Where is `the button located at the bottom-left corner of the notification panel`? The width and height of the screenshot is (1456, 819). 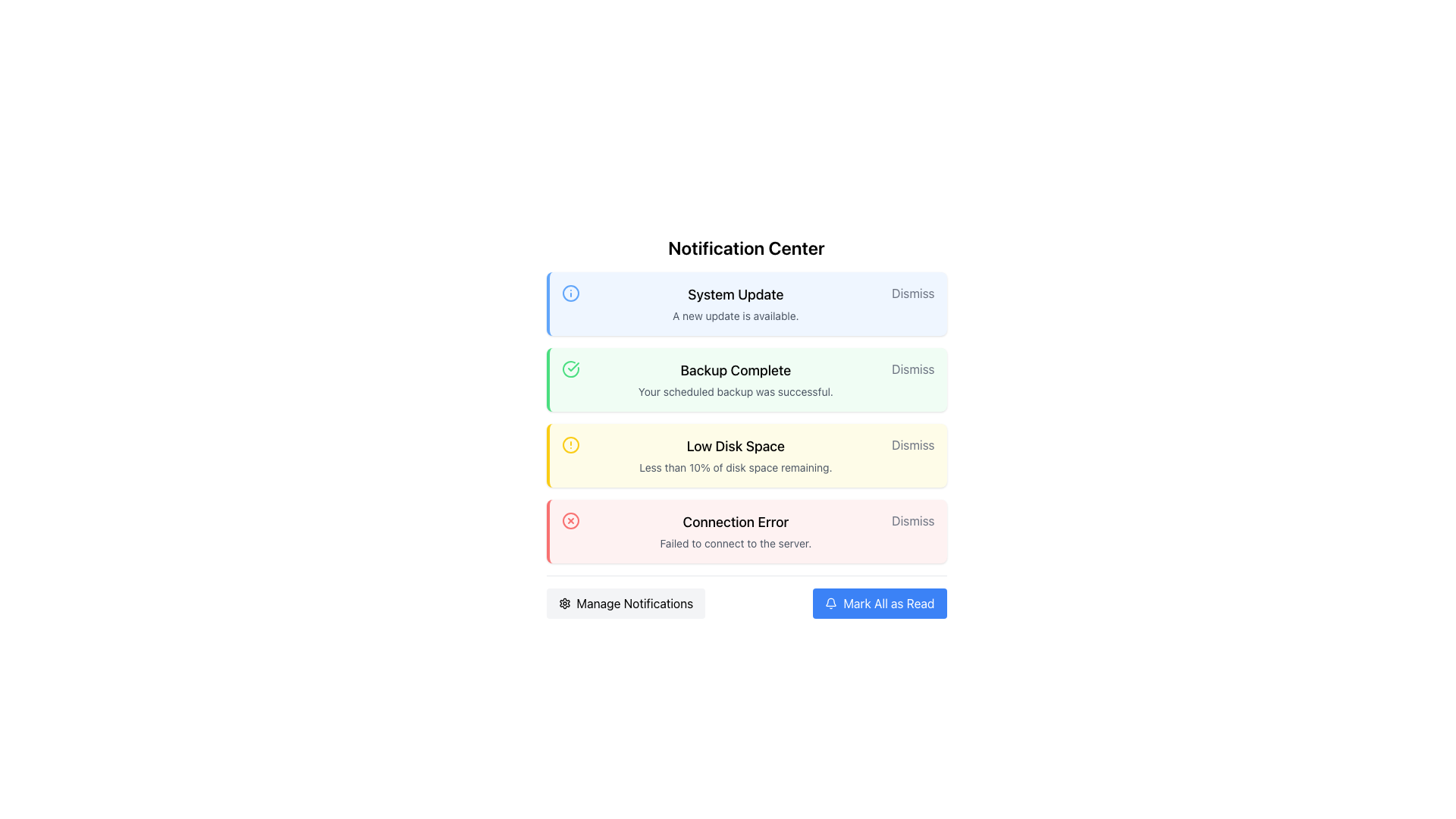 the button located at the bottom-left corner of the notification panel is located at coordinates (626, 602).